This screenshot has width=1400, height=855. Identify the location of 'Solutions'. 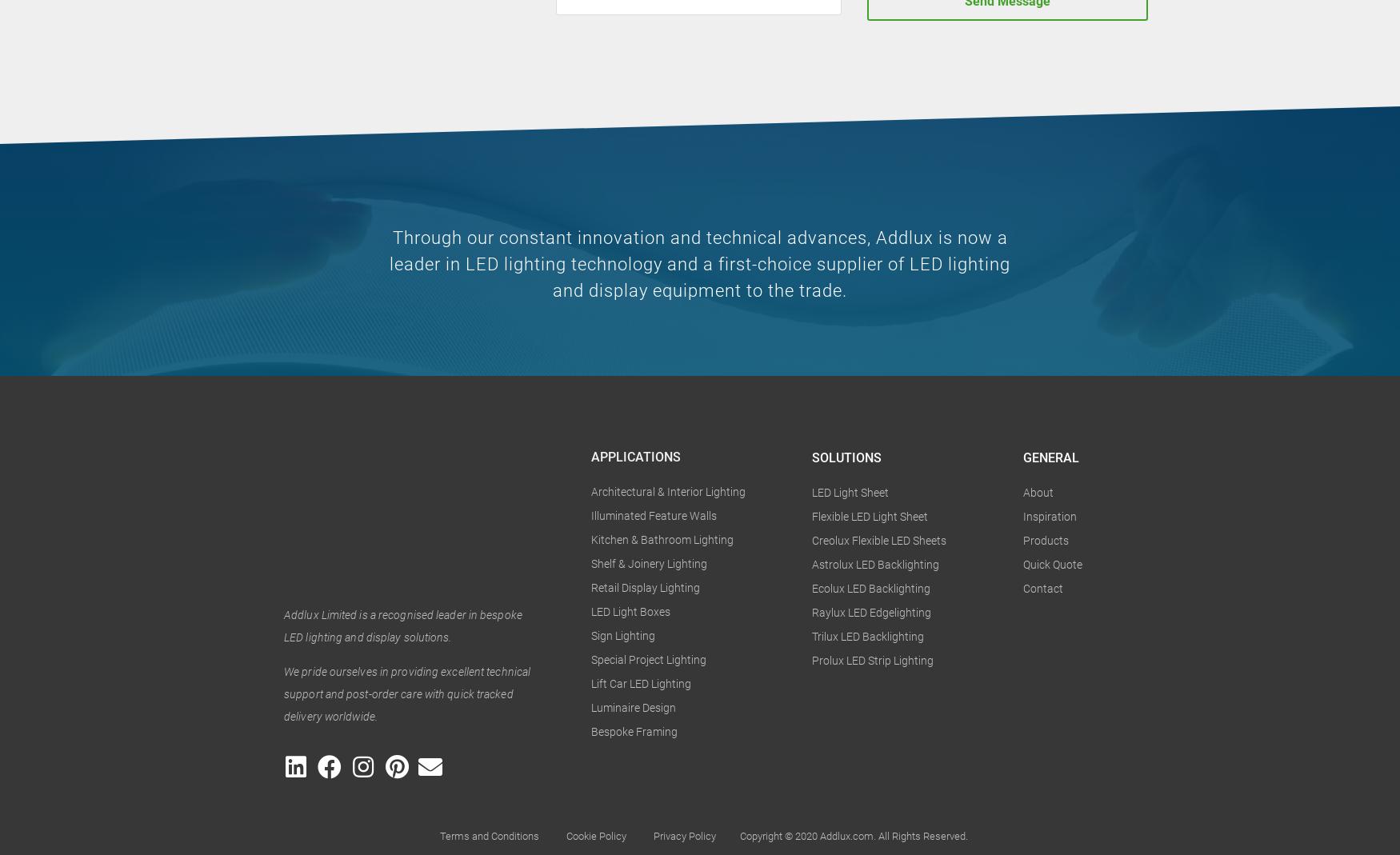
(846, 457).